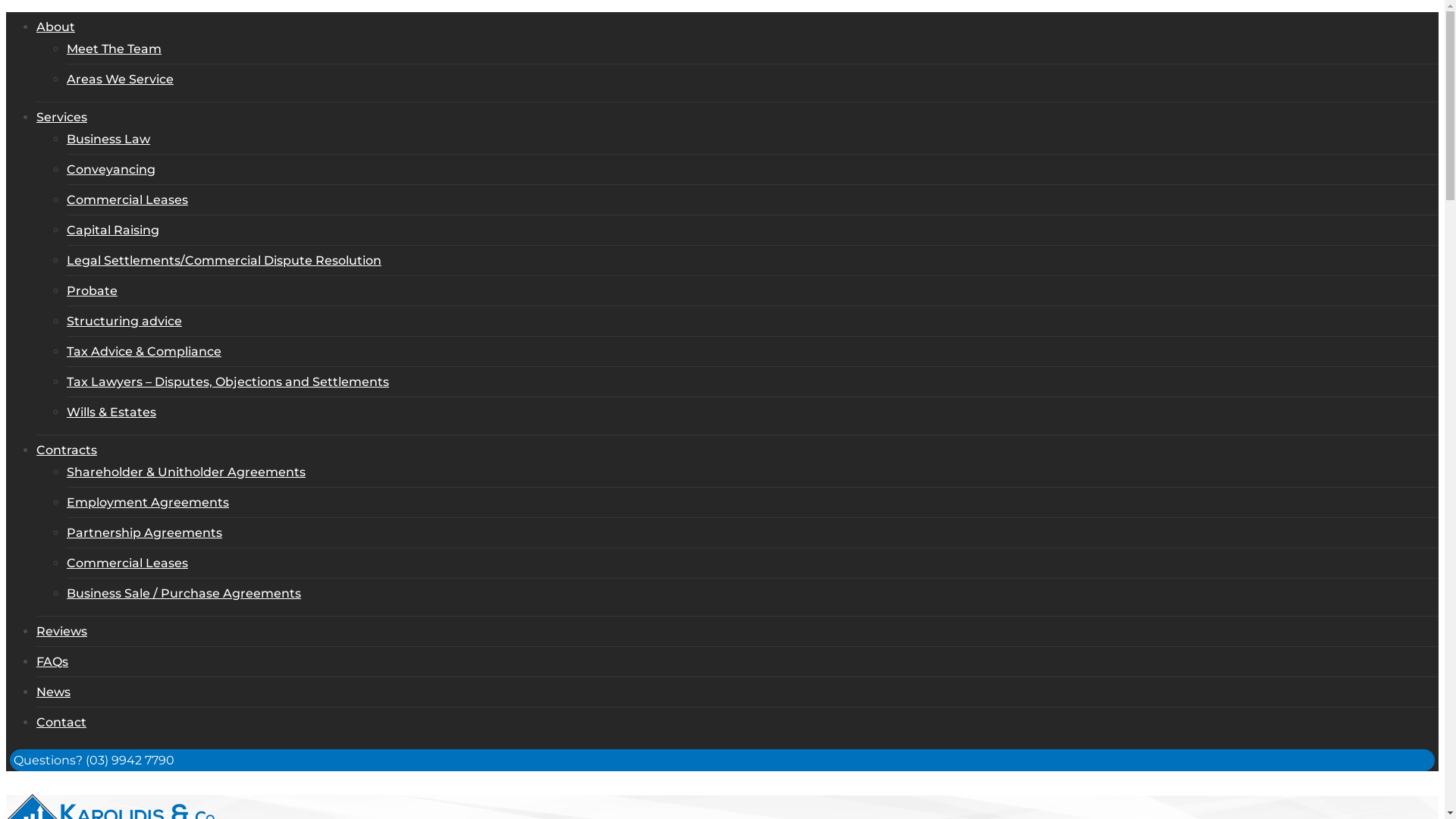  Describe the element at coordinates (36, 449) in the screenshot. I see `'Contracts'` at that location.